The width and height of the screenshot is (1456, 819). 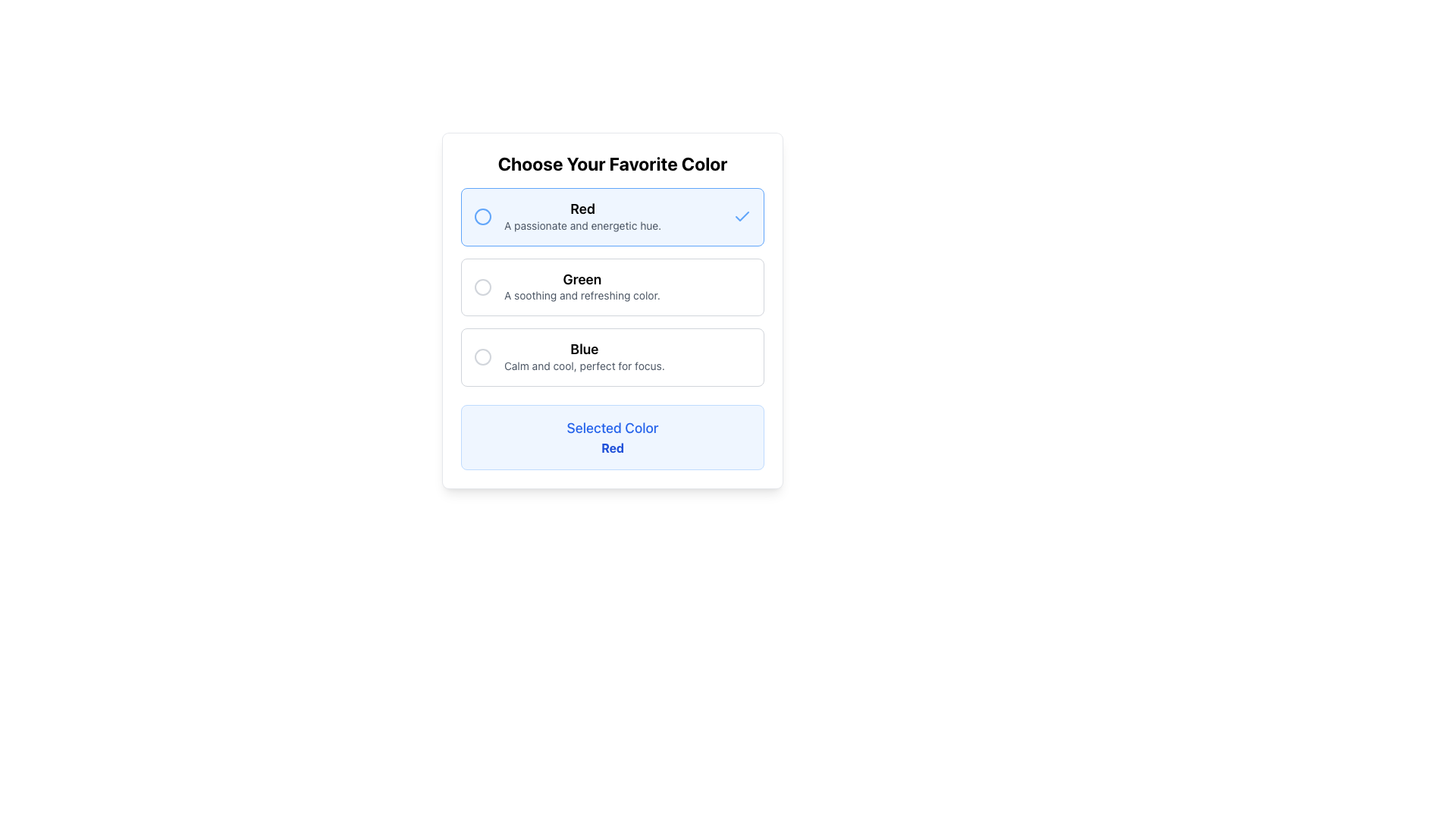 What do you see at coordinates (612, 216) in the screenshot?
I see `the 'Red' option selectable item in the list of favorite color options` at bounding box center [612, 216].